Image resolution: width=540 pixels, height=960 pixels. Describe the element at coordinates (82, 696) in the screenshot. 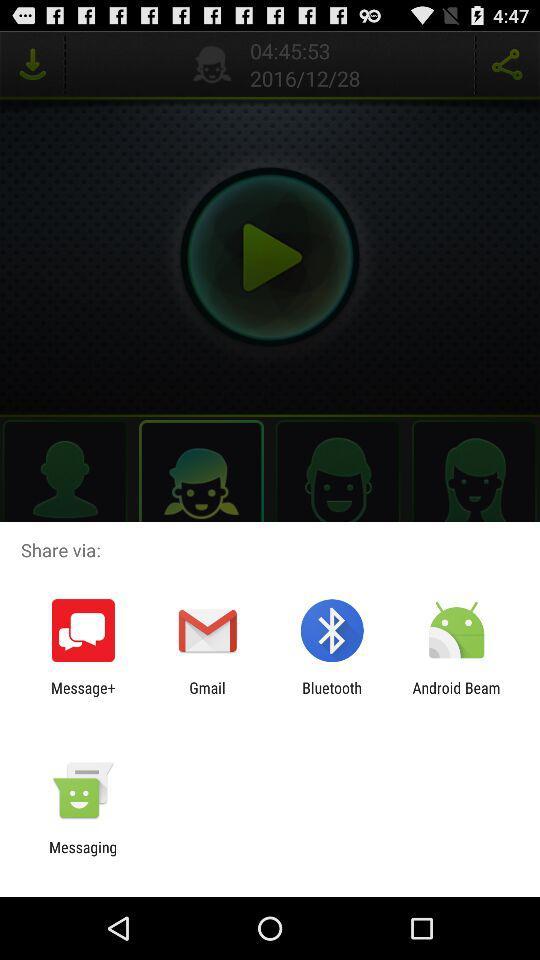

I see `app to the left of gmail` at that location.